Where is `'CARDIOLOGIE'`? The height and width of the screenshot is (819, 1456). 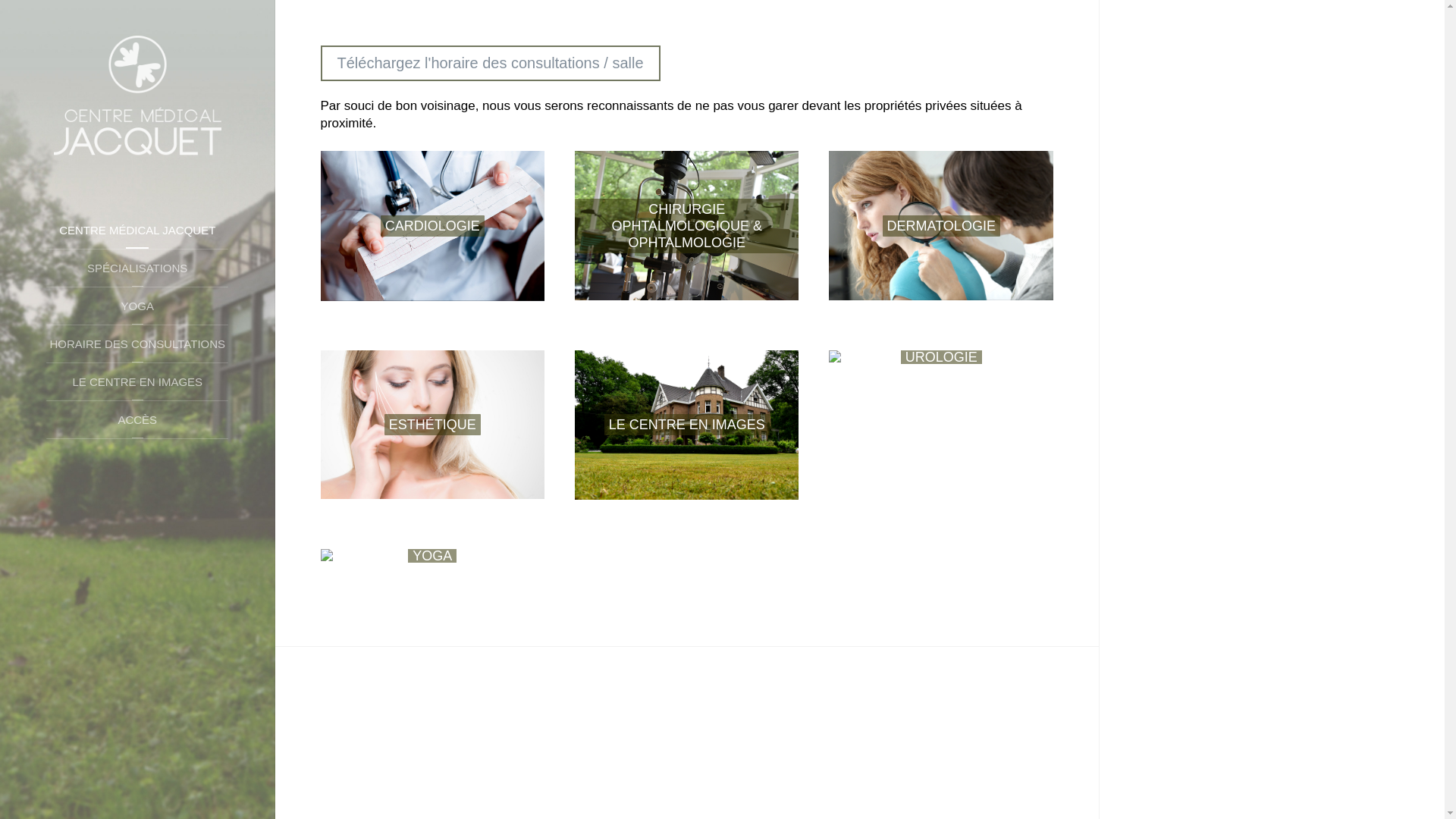 'CARDIOLOGIE' is located at coordinates (431, 225).